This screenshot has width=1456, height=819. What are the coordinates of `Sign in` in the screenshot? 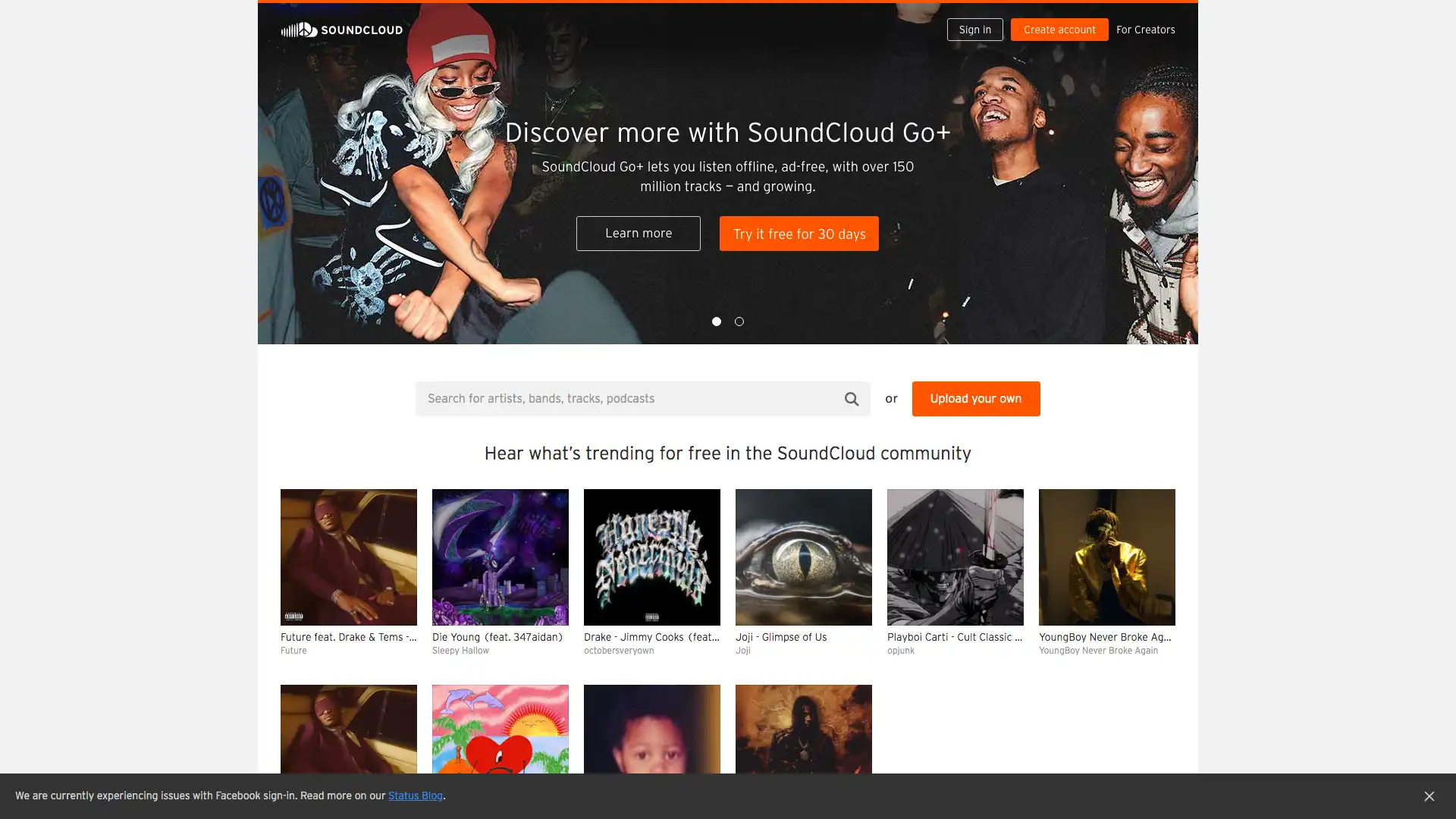 It's located at (974, 29).